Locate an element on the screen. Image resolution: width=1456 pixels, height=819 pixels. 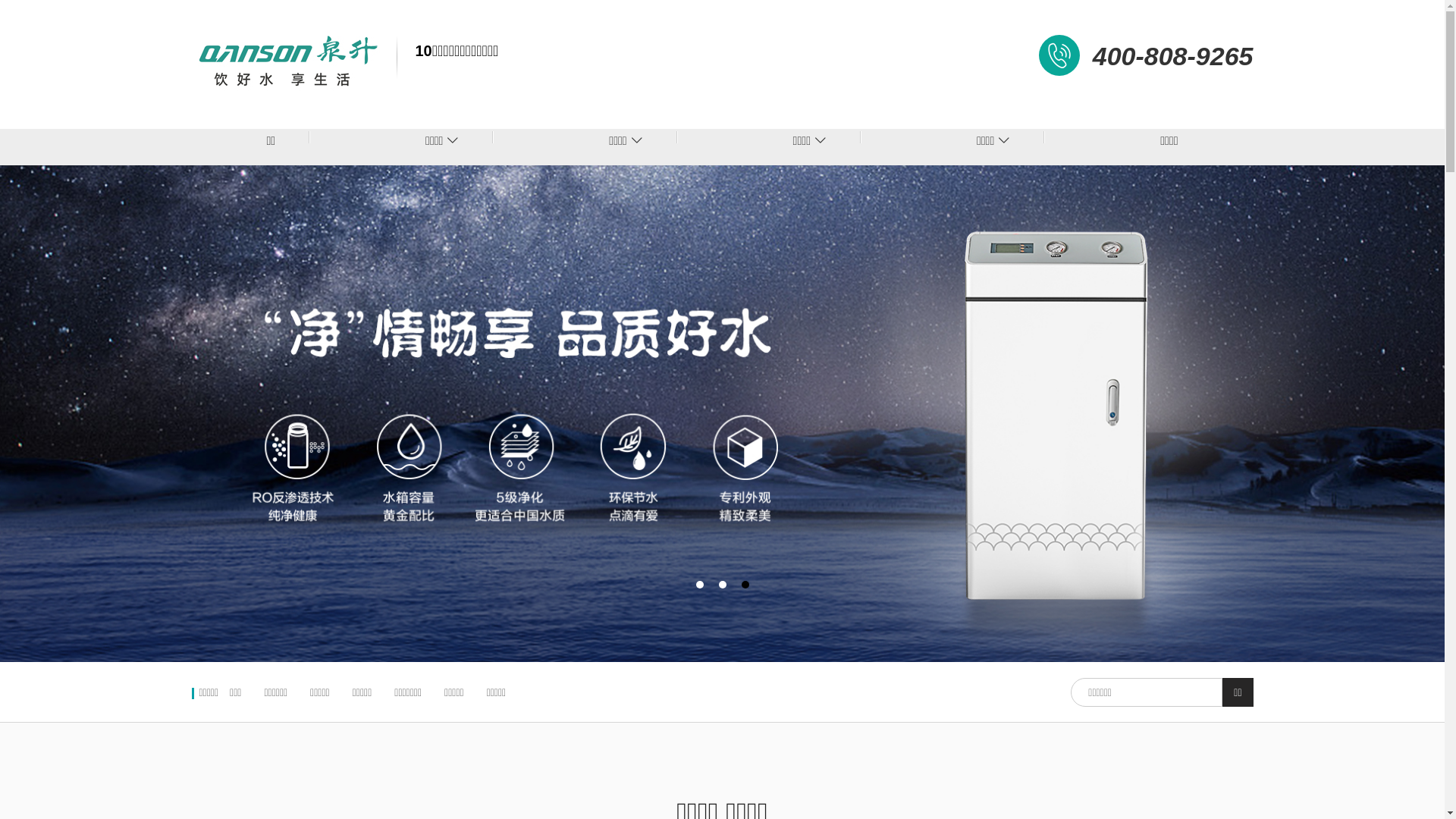
'400-808-9265' is located at coordinates (1172, 55).